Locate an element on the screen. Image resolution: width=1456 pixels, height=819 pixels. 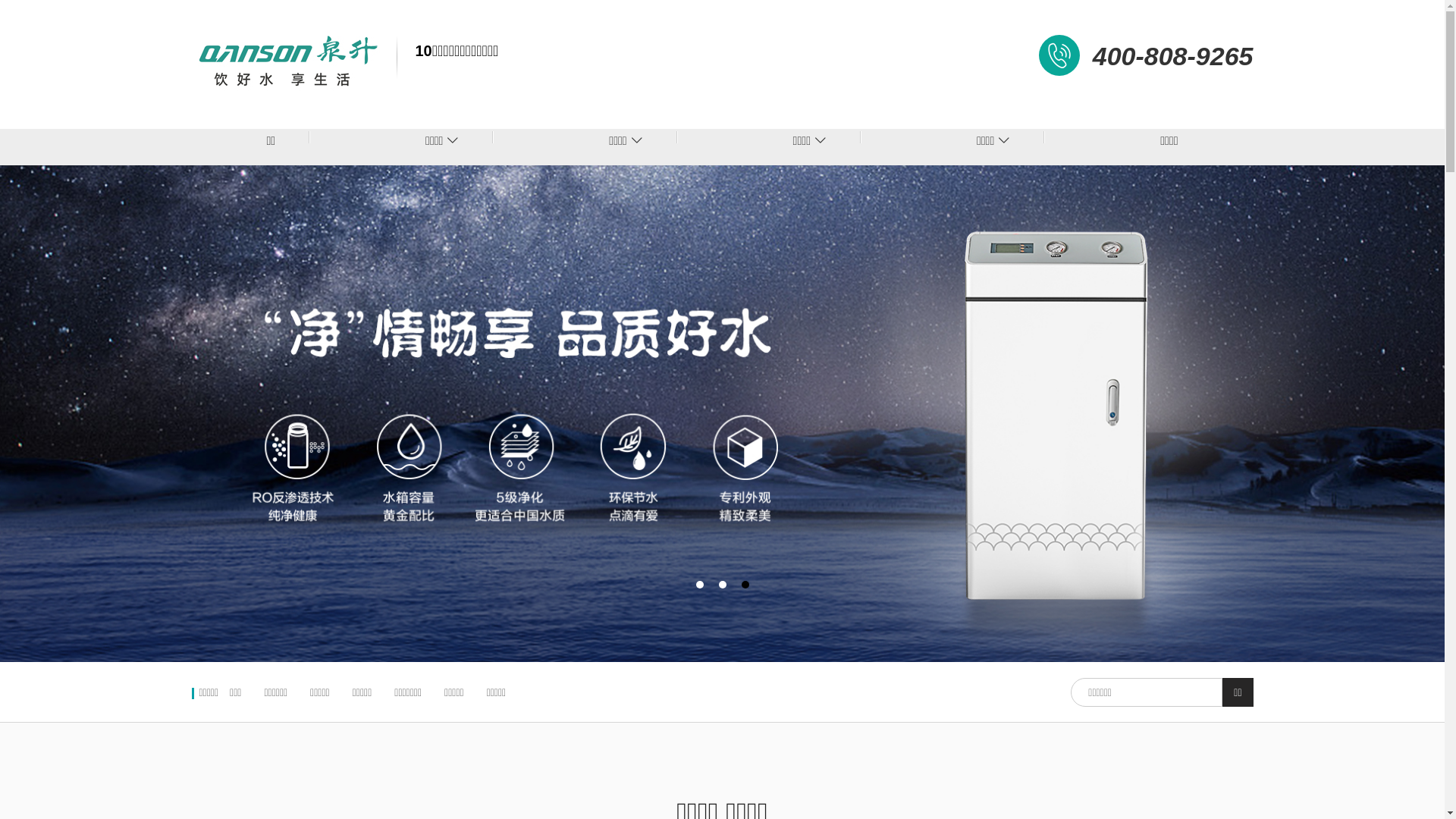
'400-808-9265' is located at coordinates (1172, 55).